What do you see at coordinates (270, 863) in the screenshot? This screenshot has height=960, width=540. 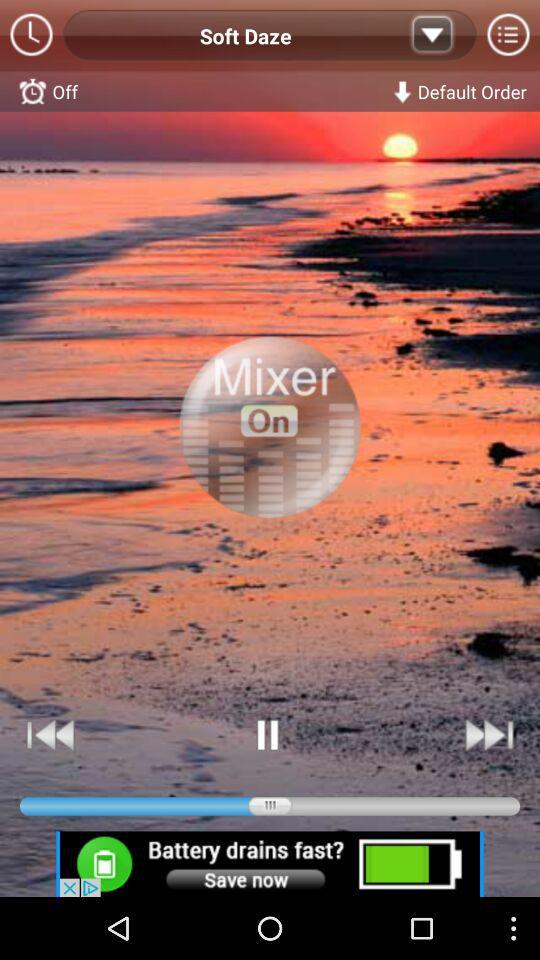 I see `advertisement link` at bounding box center [270, 863].